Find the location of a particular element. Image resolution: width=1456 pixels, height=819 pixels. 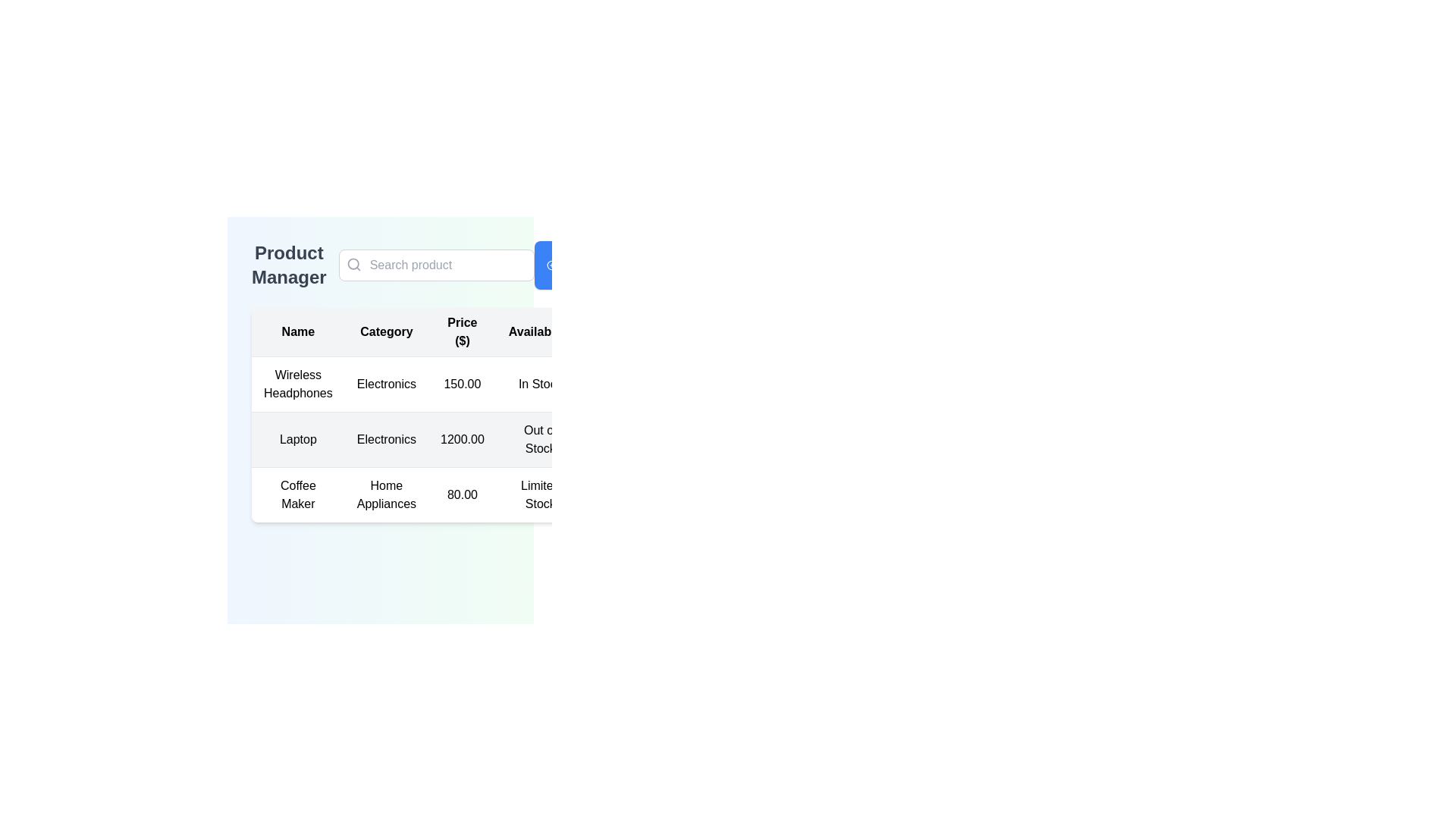

the 'Price ($)' table header cell to potentially sort the column is located at coordinates (460, 331).